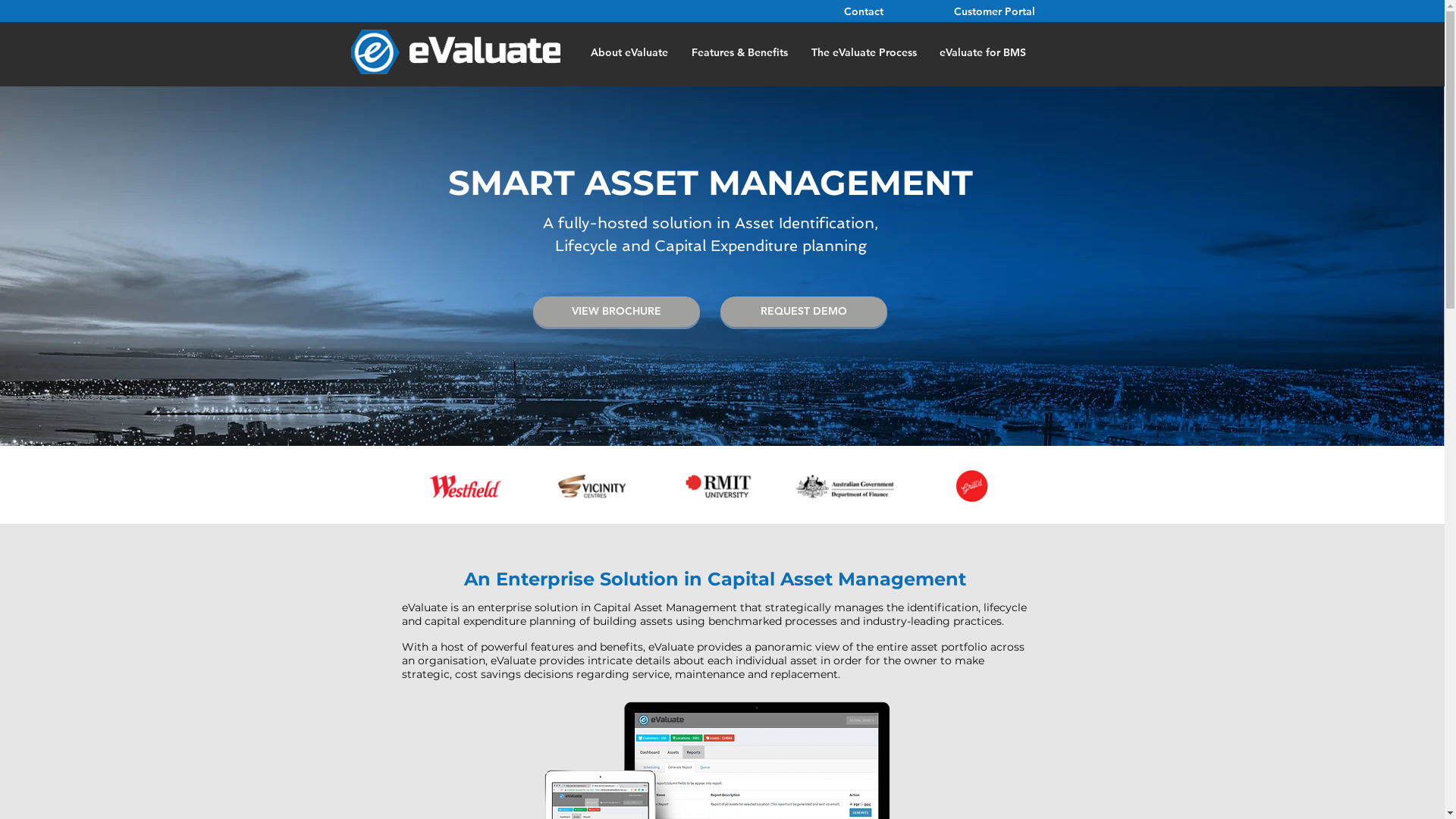 This screenshot has width=1456, height=819. I want to click on 'Features & Benefits', so click(739, 50).